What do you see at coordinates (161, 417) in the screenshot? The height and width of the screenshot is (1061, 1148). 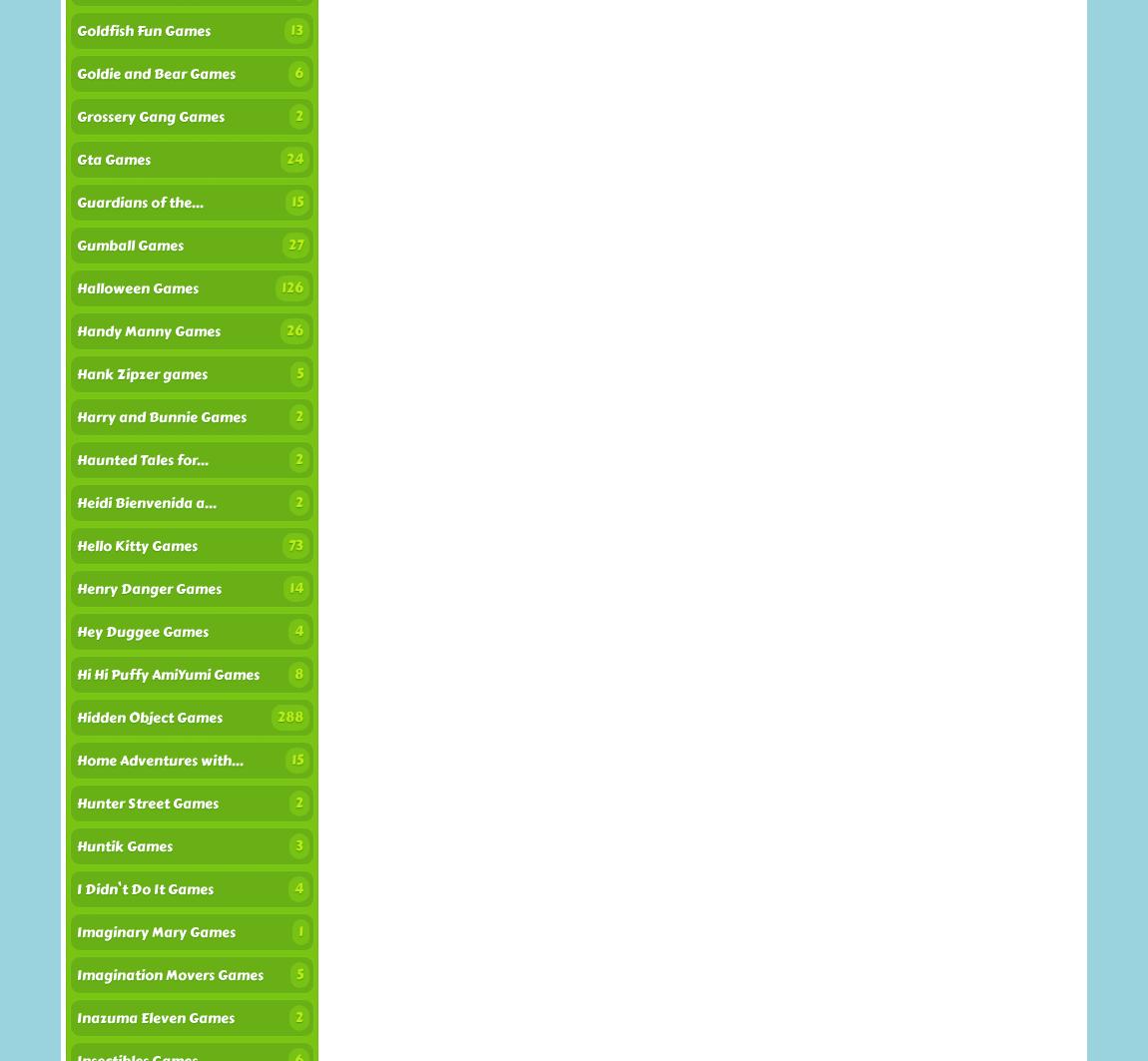 I see `'Harry and Bunnie Games'` at bounding box center [161, 417].